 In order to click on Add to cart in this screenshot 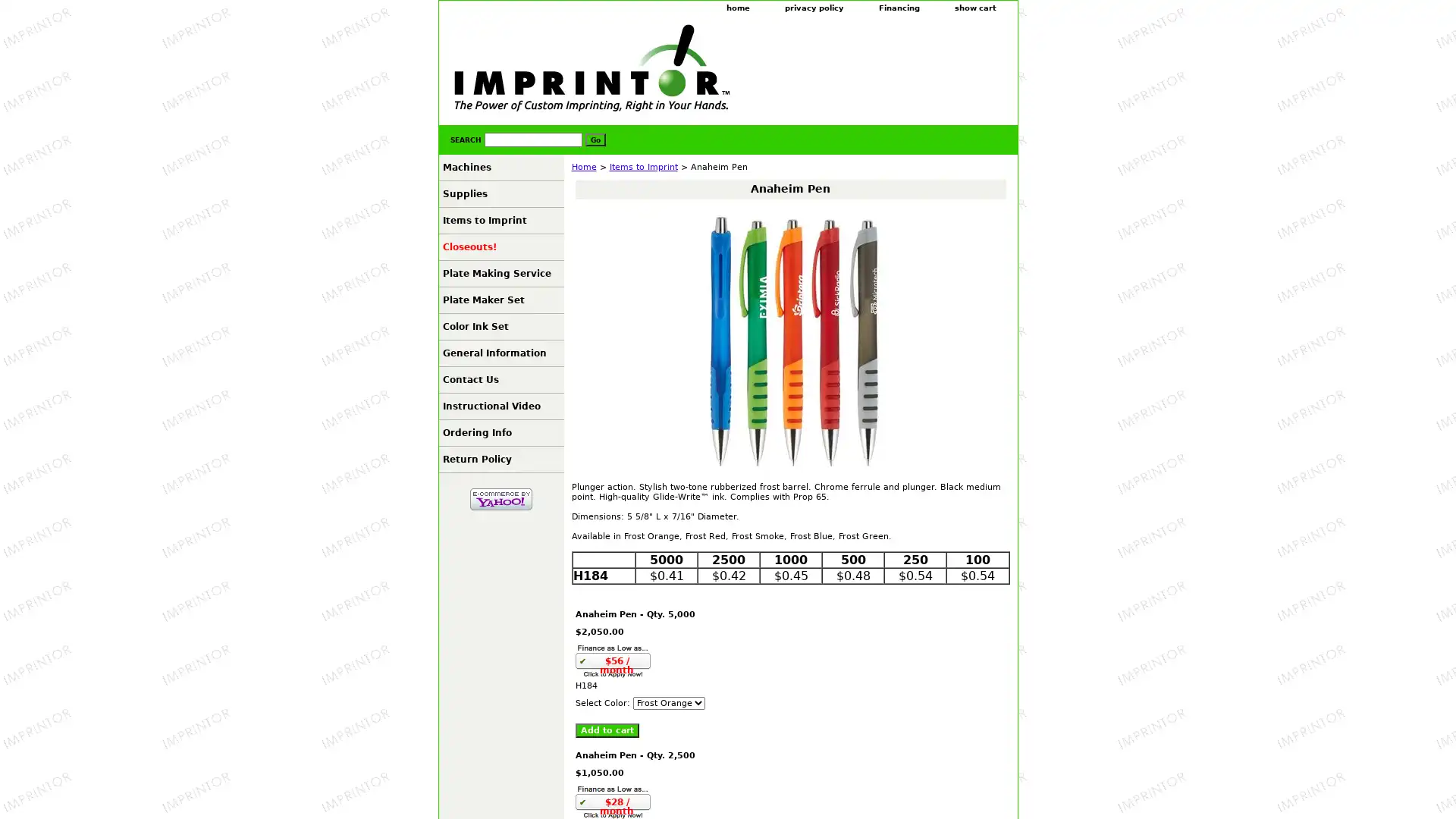, I will do `click(607, 730)`.